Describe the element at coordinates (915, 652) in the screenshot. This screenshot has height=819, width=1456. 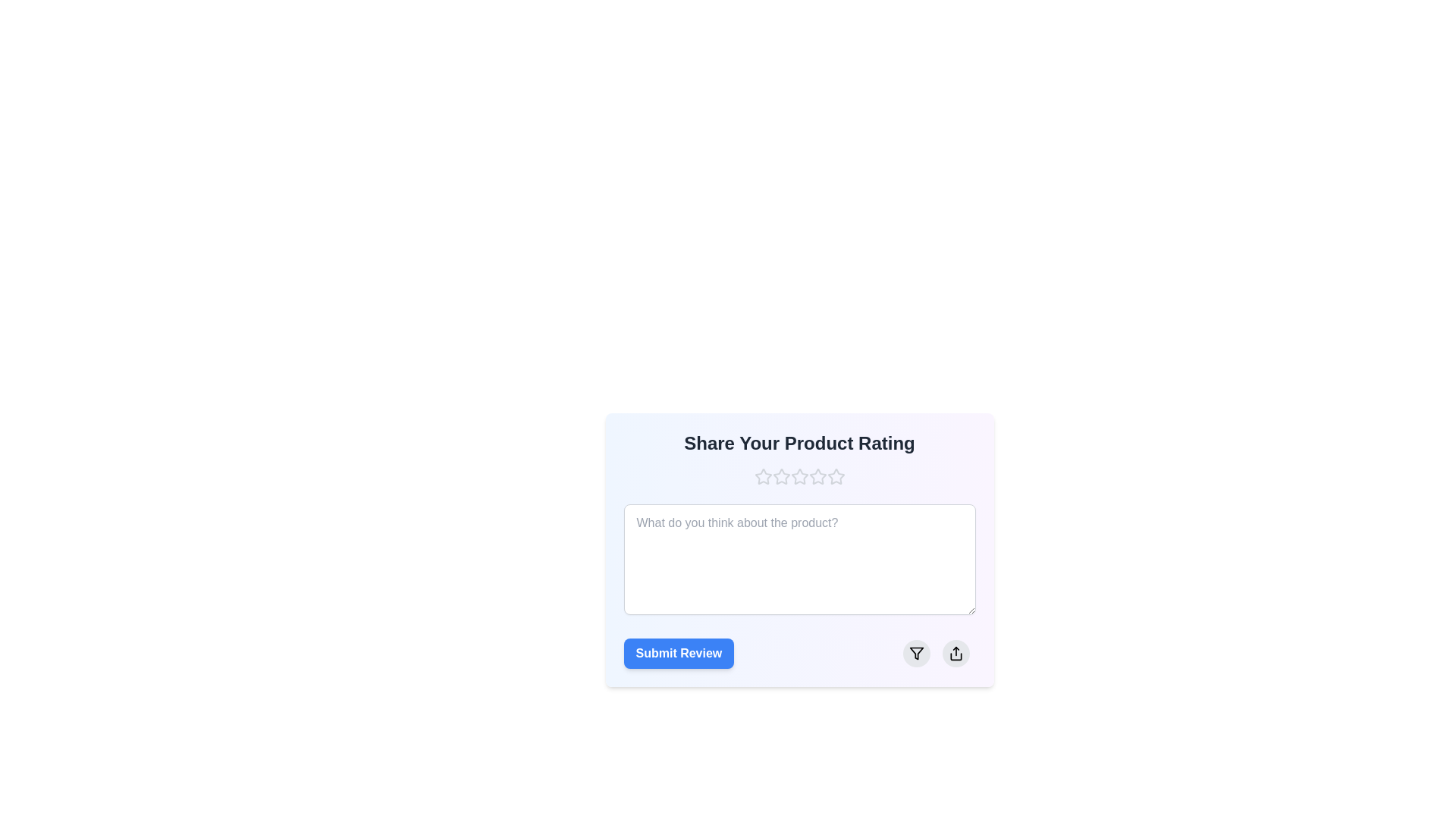
I see `the triangular-shaped funnel icon, which is part of an SVG graphic located at the bottom right corner of the interface` at that location.